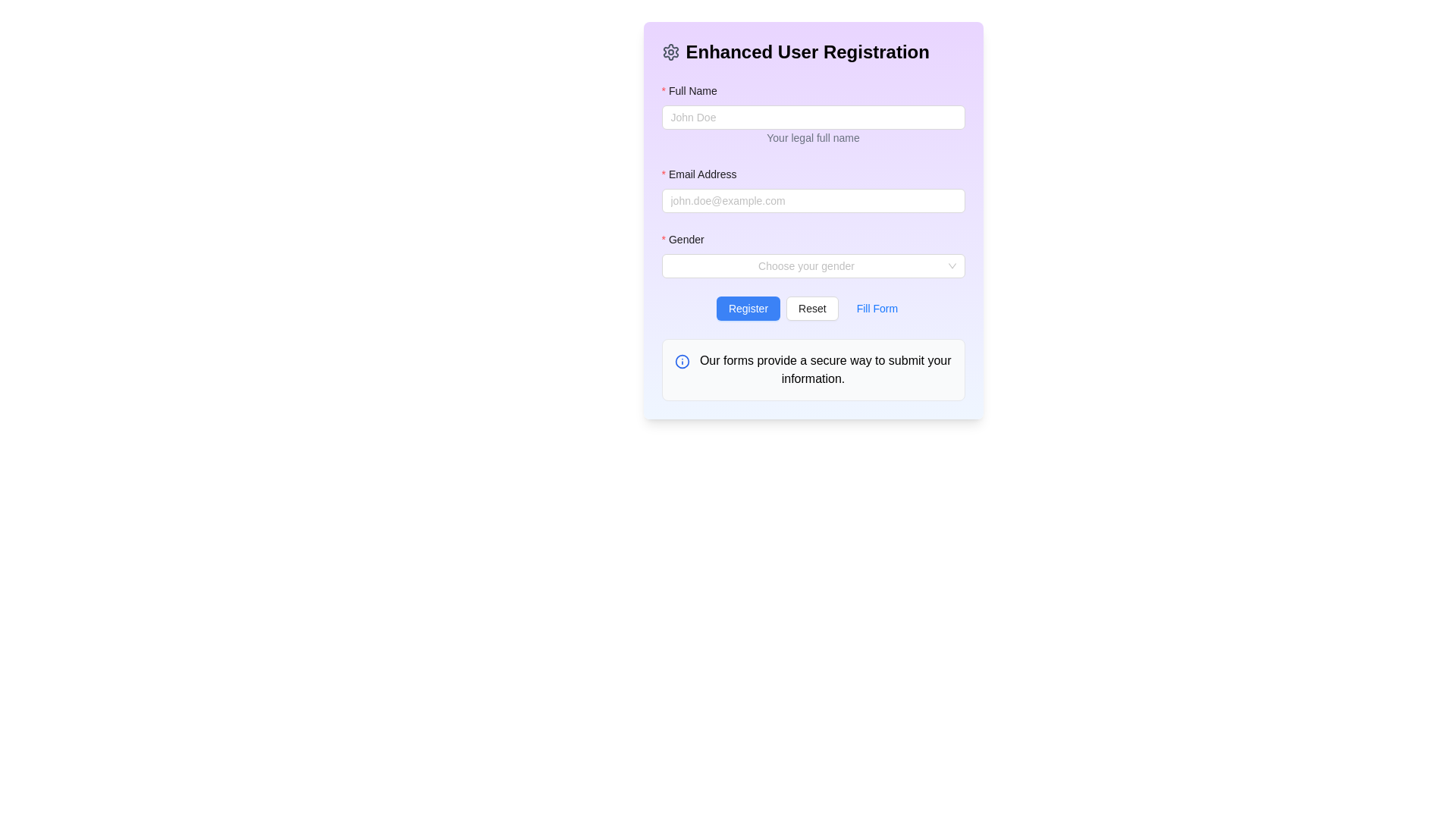 This screenshot has width=1456, height=819. Describe the element at coordinates (670, 52) in the screenshot. I see `the settings gear icon located in the top-left corner of the 'Enhanced User Registration' form header` at that location.